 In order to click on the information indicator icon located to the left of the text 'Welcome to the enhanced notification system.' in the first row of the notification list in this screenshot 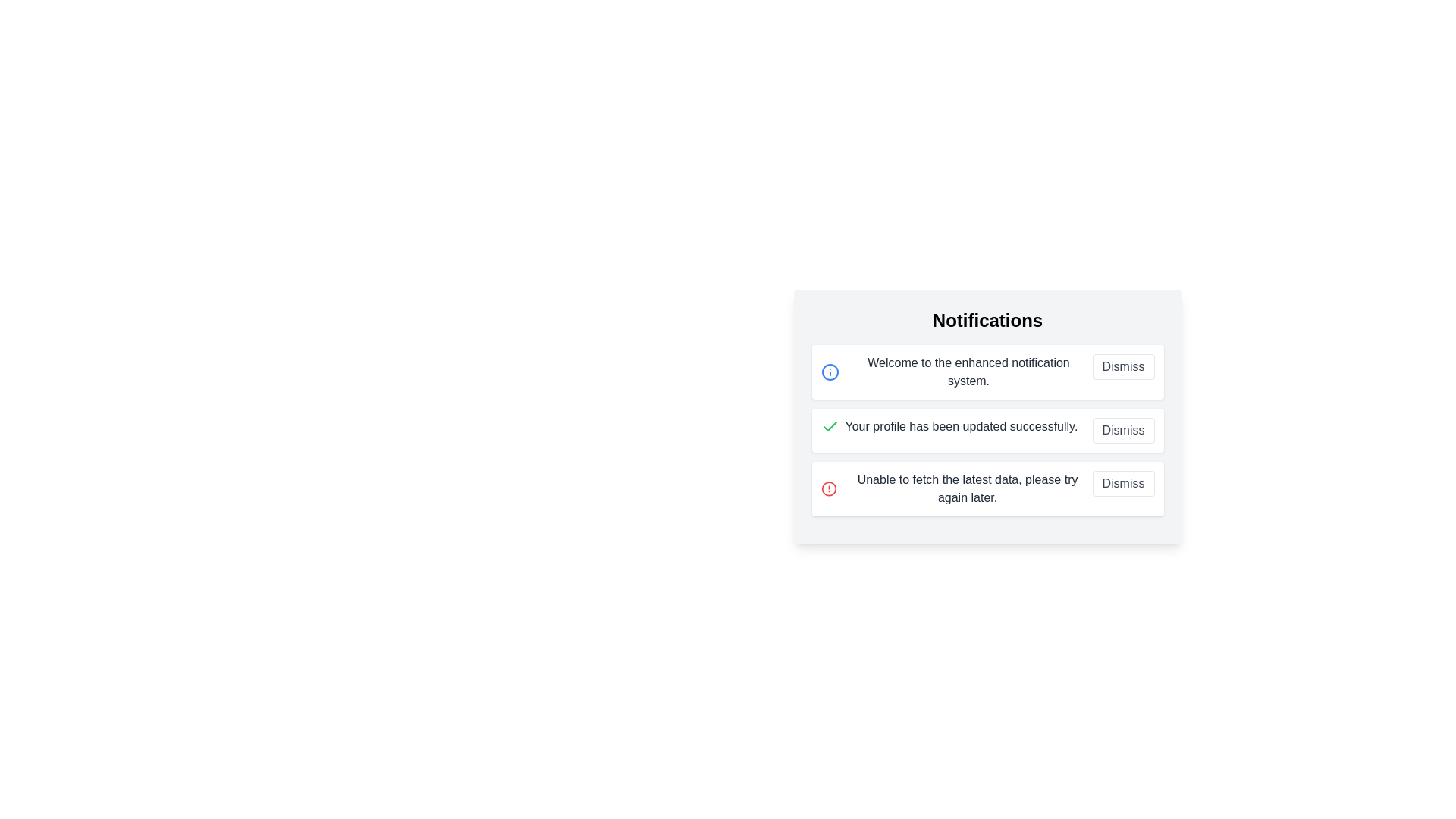, I will do `click(829, 372)`.